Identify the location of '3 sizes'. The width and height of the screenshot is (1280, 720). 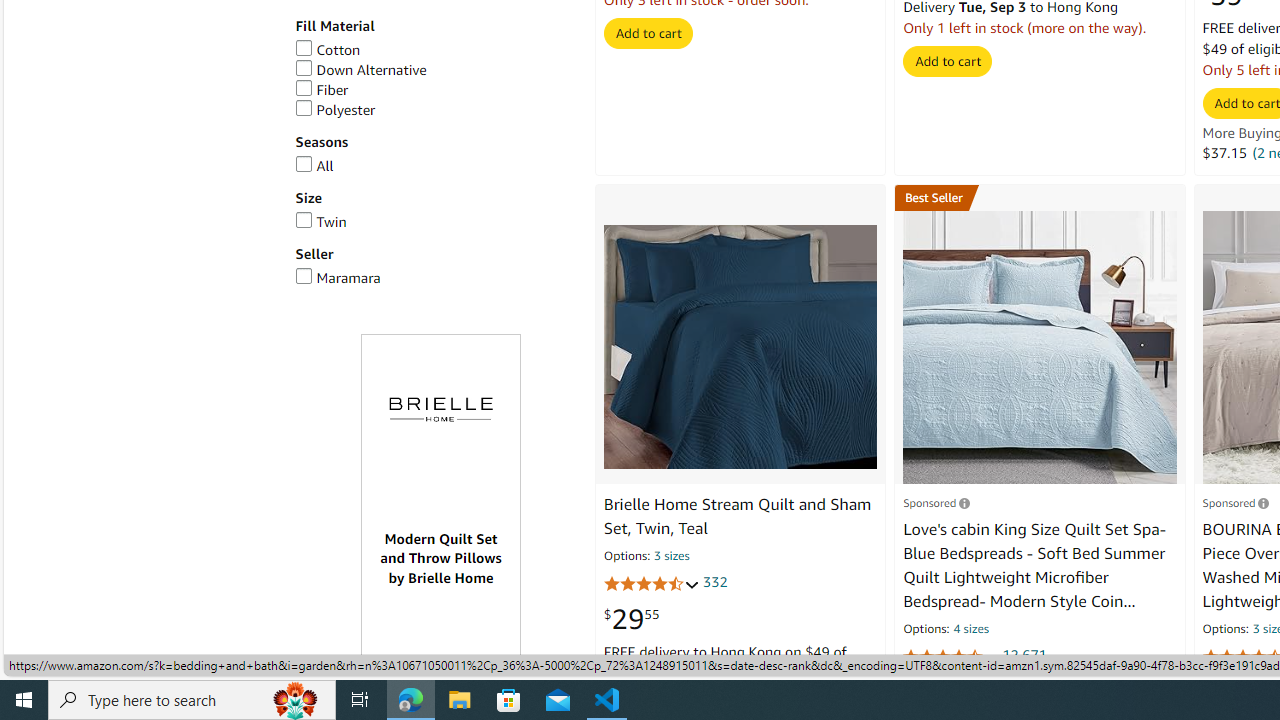
(672, 557).